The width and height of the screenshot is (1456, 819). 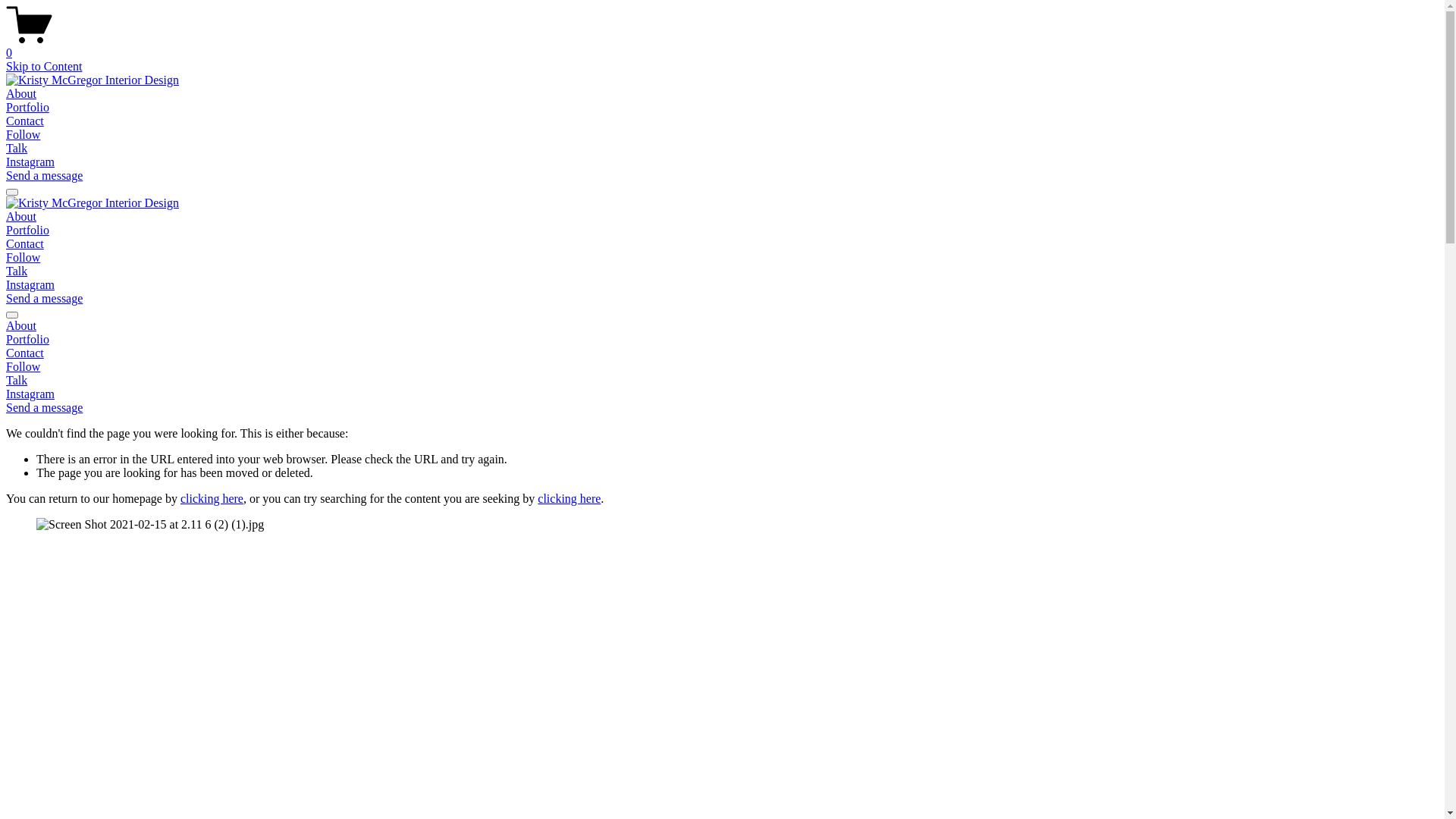 What do you see at coordinates (721, 338) in the screenshot?
I see `'Portfolio'` at bounding box center [721, 338].